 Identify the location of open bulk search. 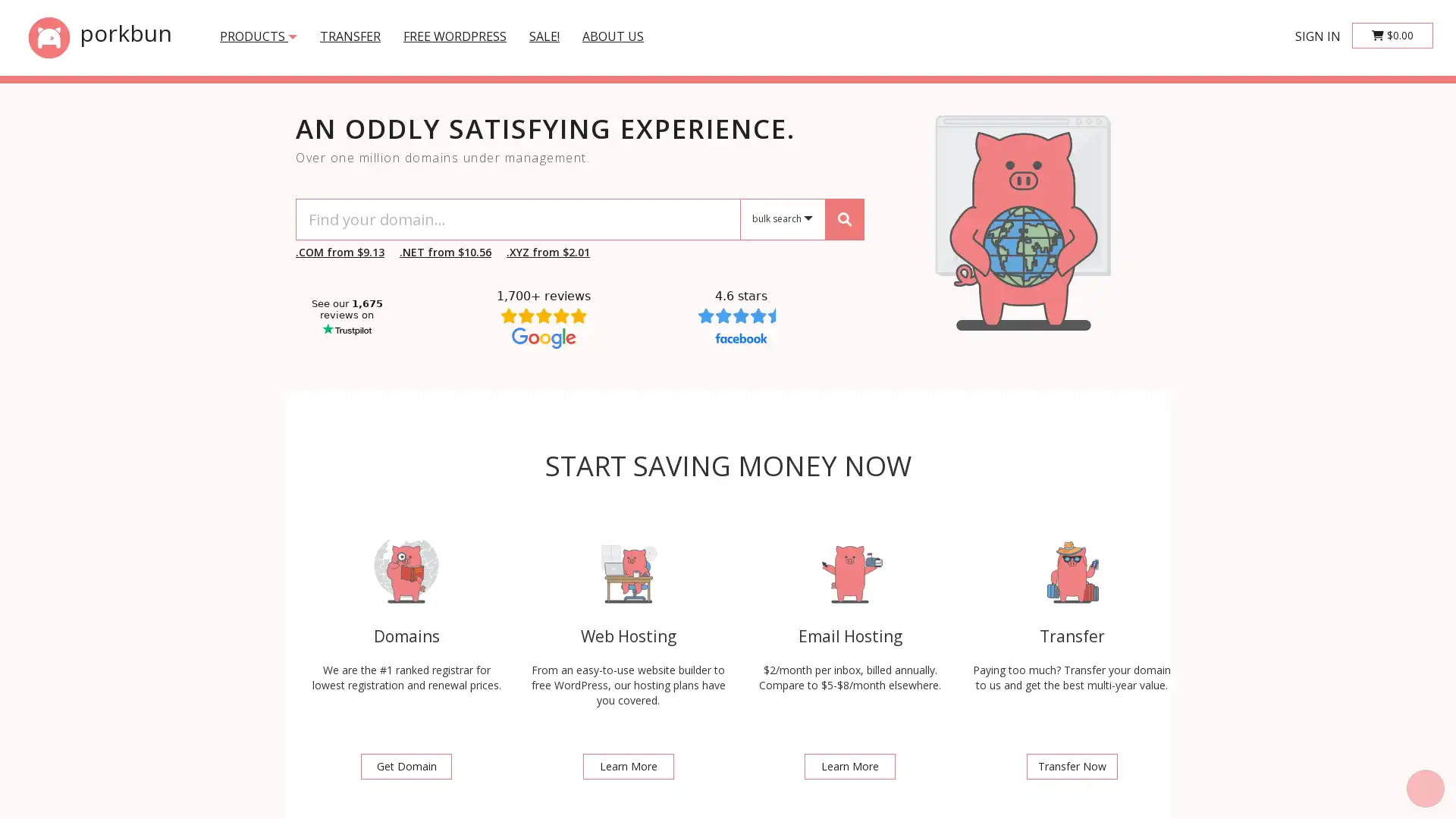
(783, 219).